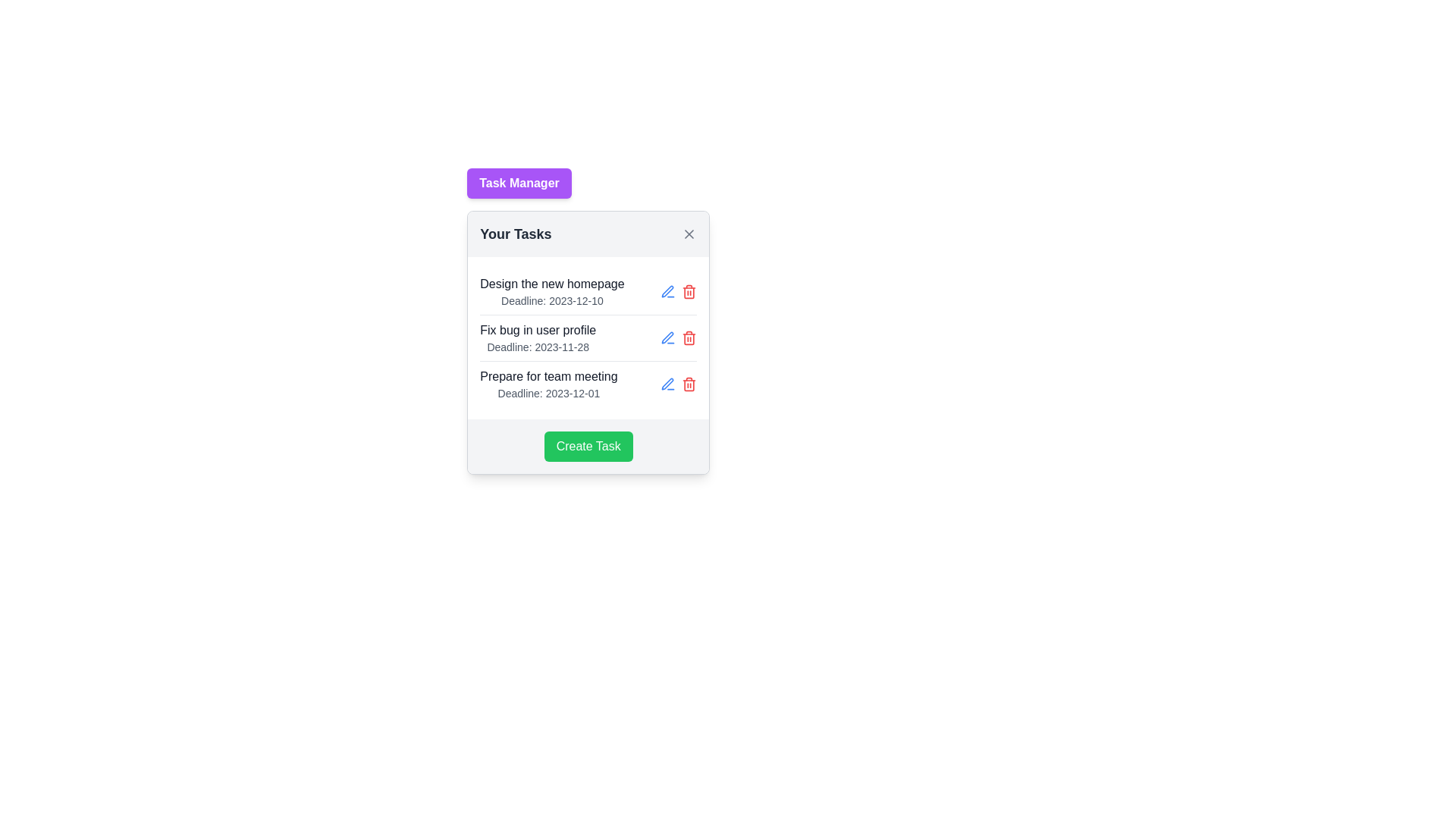  I want to click on the delete icon button located to the right of the blue edit icon, so click(688, 292).